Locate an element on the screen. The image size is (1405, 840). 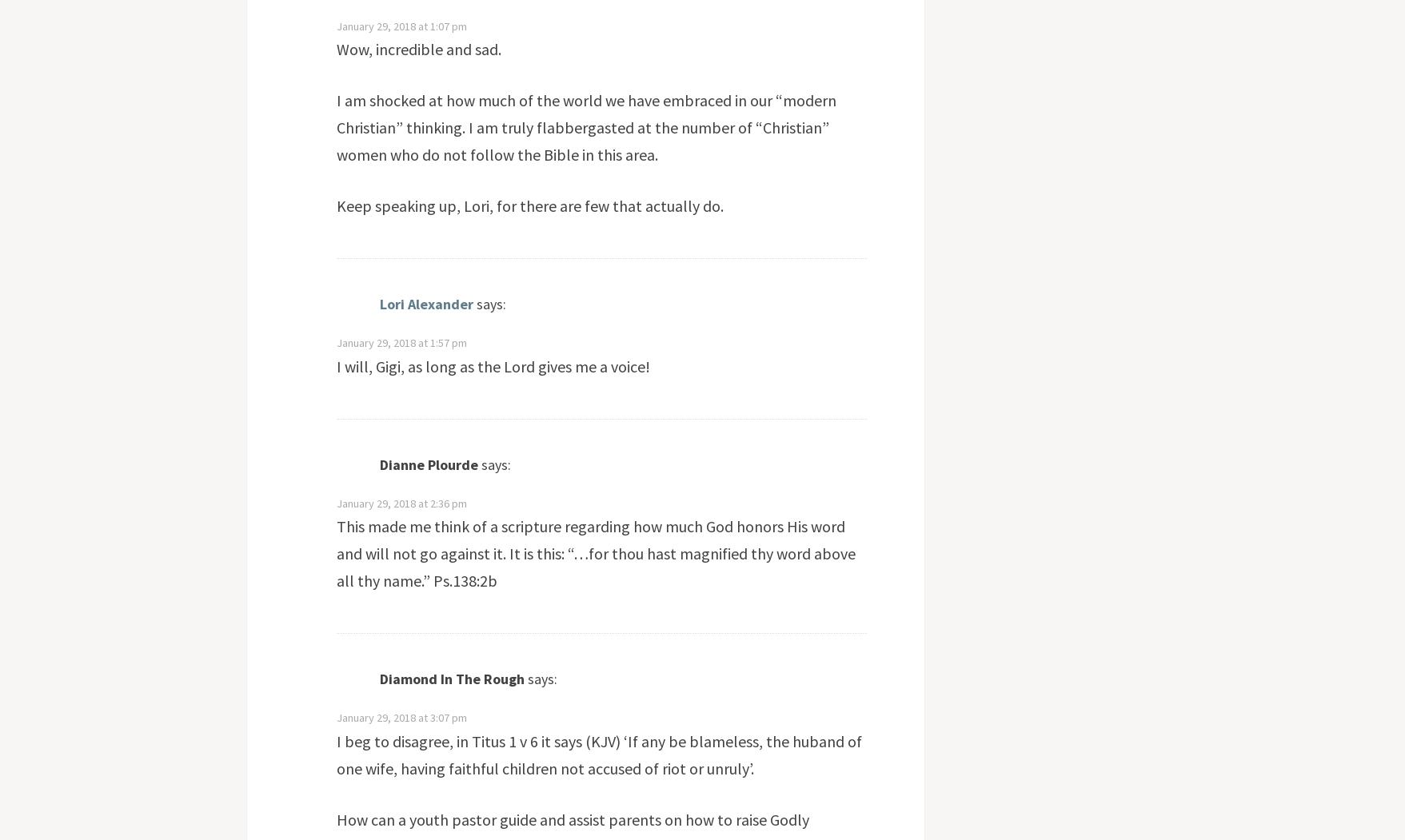
'This made me think of a scripture regarding how much God honors His word and will not    go against it. It is this: “…for thou hast magnified thy word above all thy name.” Ps.138:2b' is located at coordinates (334, 552).